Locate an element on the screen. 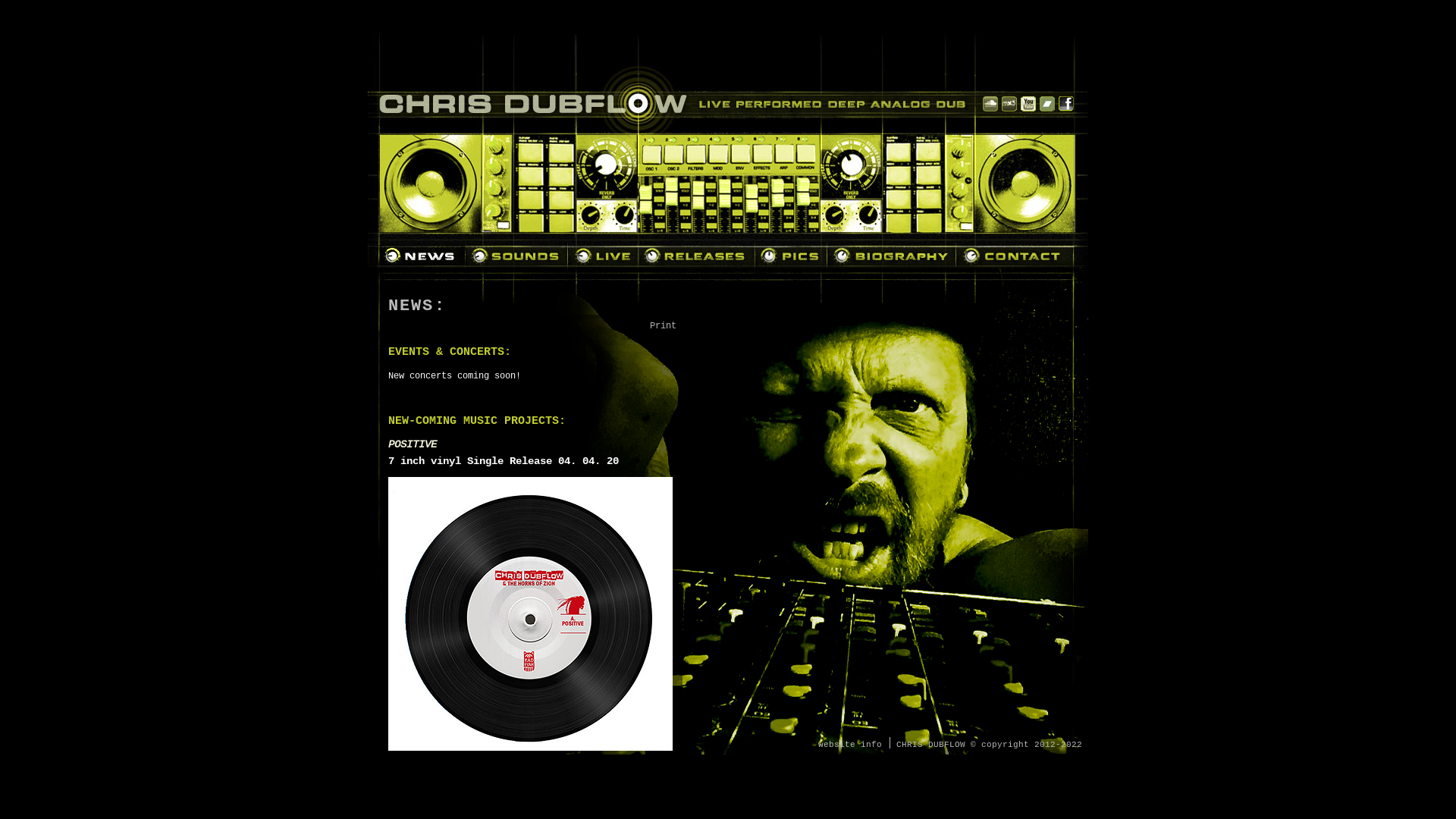 The height and width of the screenshot is (819, 1456). 'NEWS' is located at coordinates (422, 256).